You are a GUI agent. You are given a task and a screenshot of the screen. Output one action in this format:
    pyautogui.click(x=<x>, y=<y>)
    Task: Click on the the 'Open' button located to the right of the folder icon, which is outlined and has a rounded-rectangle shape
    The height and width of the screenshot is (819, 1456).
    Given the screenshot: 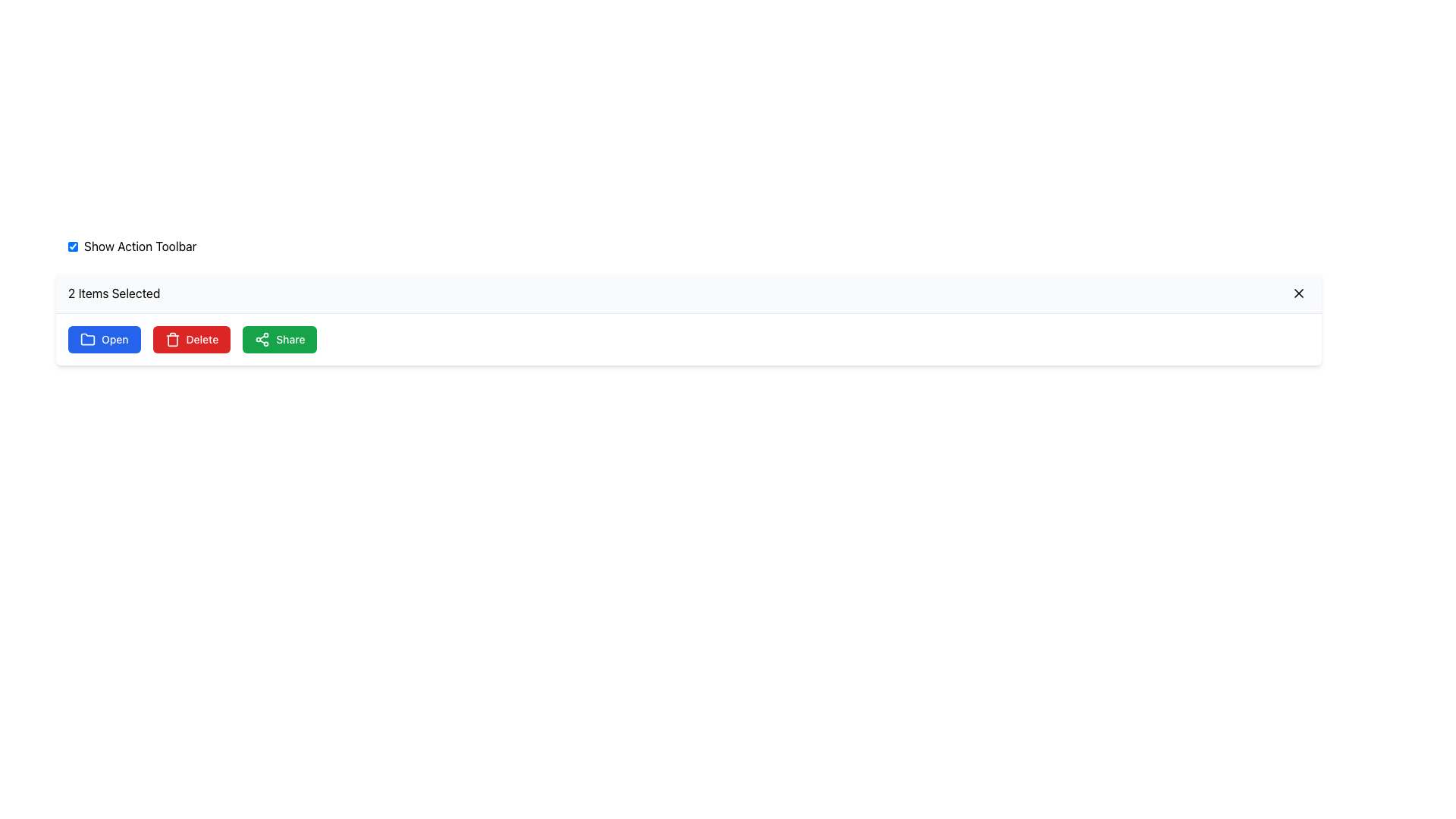 What is the action you would take?
    pyautogui.click(x=86, y=338)
    